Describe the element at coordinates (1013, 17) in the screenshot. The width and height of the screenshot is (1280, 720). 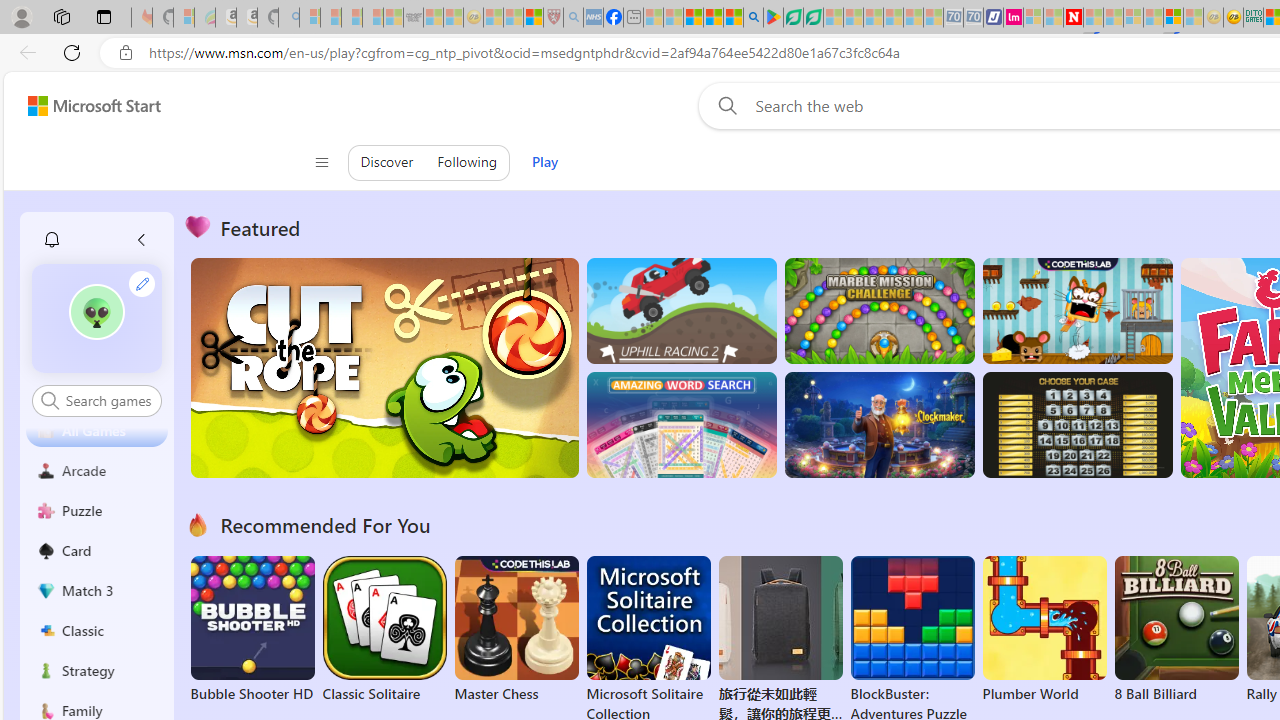
I see `'Jobs - lastminute.com Investor Portal'` at that location.